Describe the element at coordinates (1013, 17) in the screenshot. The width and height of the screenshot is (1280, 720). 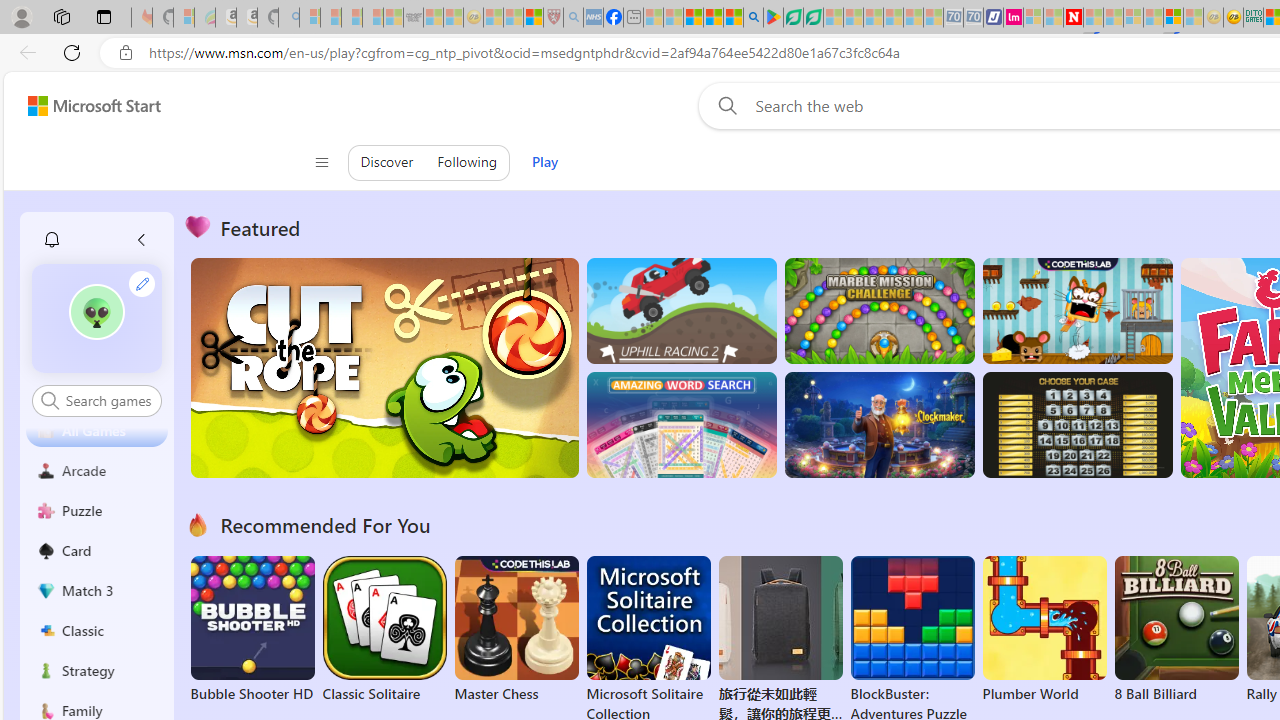
I see `'Jobs - lastminute.com Investor Portal'` at that location.